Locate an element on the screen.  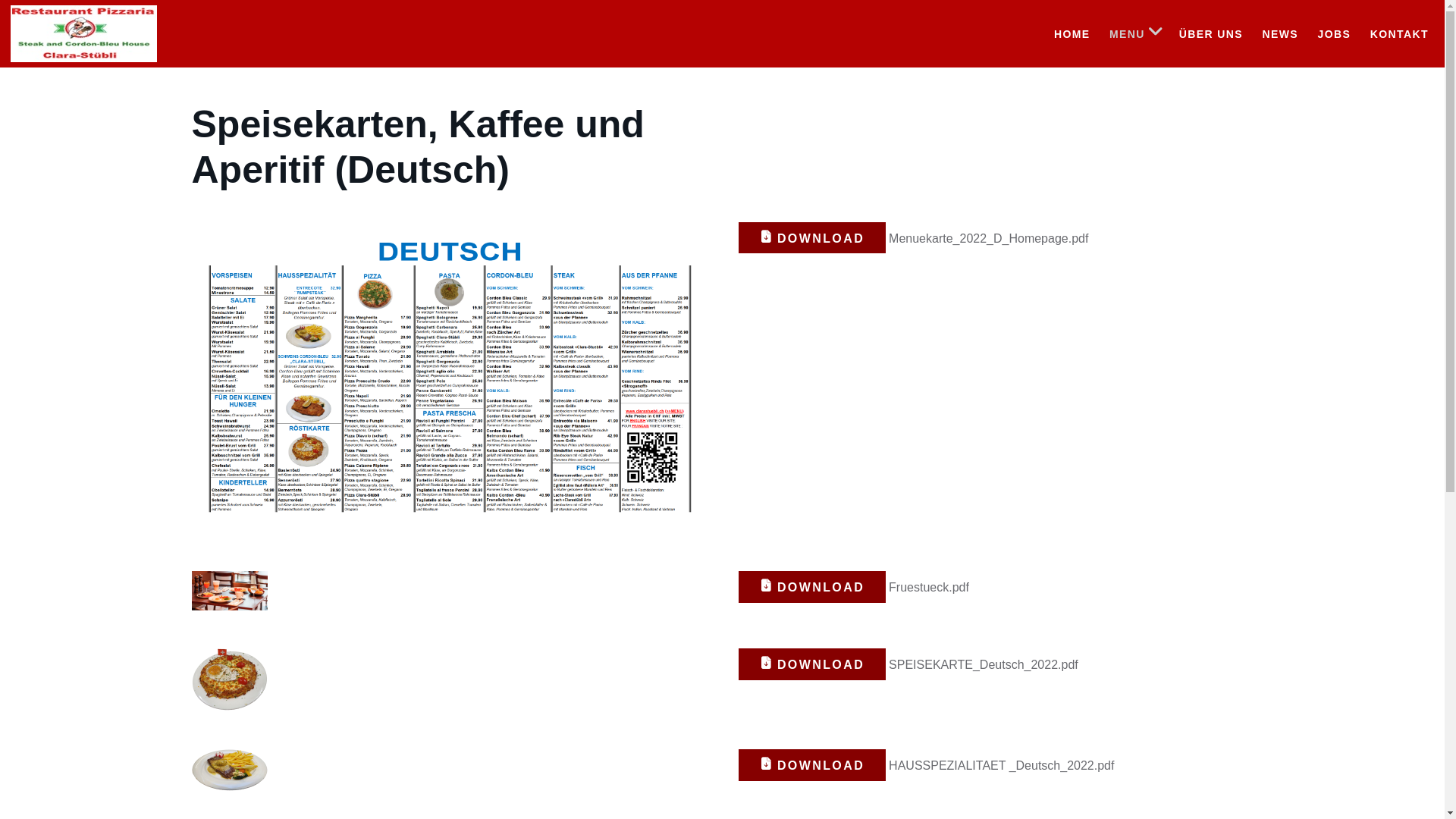
'KONTAKT' is located at coordinates (1396, 33).